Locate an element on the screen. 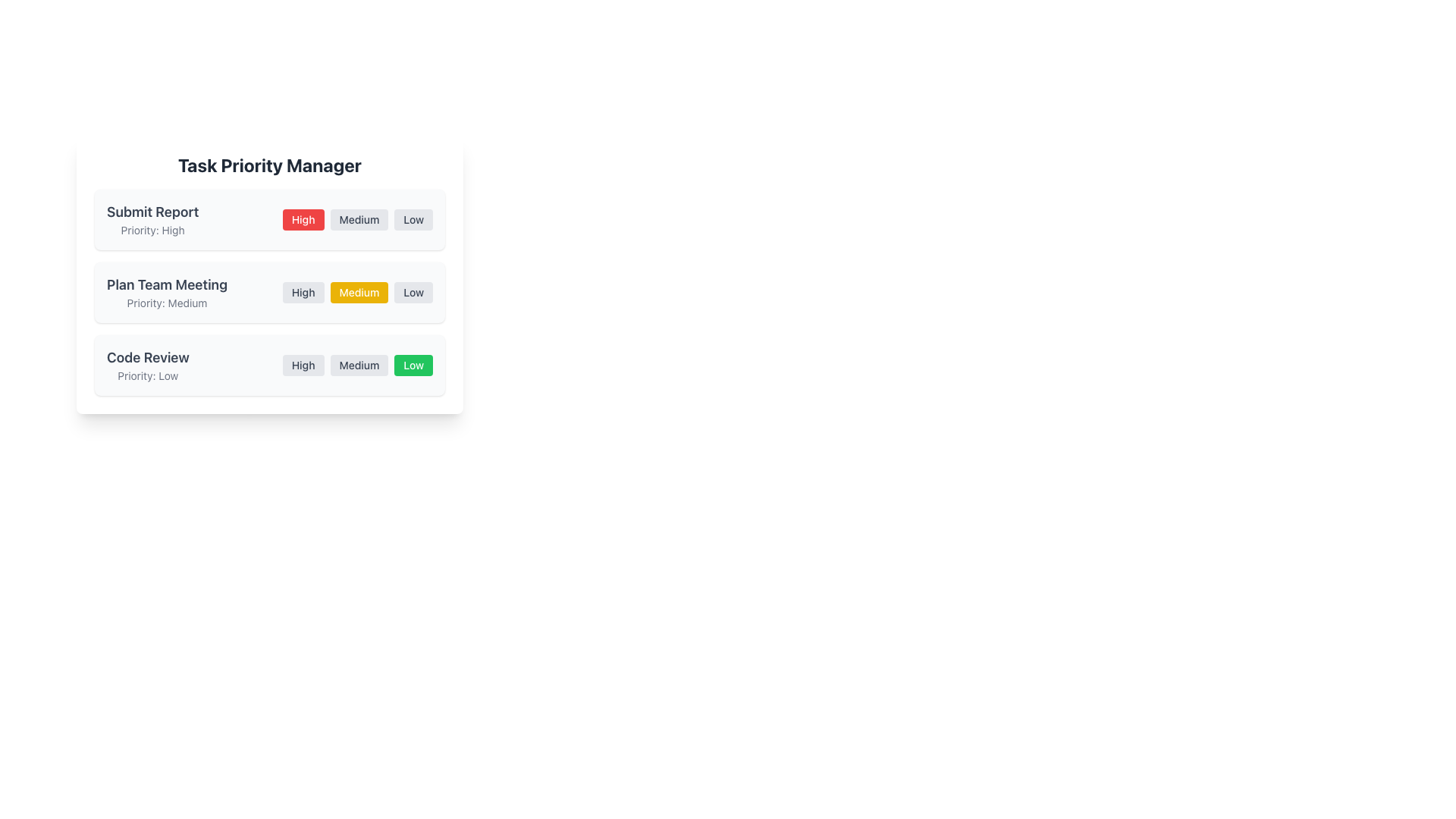 The image size is (1456, 819). the 'Low' button in the Button group to set low priority, which is located in the 'Code Review' section and has a green background is located at coordinates (356, 366).